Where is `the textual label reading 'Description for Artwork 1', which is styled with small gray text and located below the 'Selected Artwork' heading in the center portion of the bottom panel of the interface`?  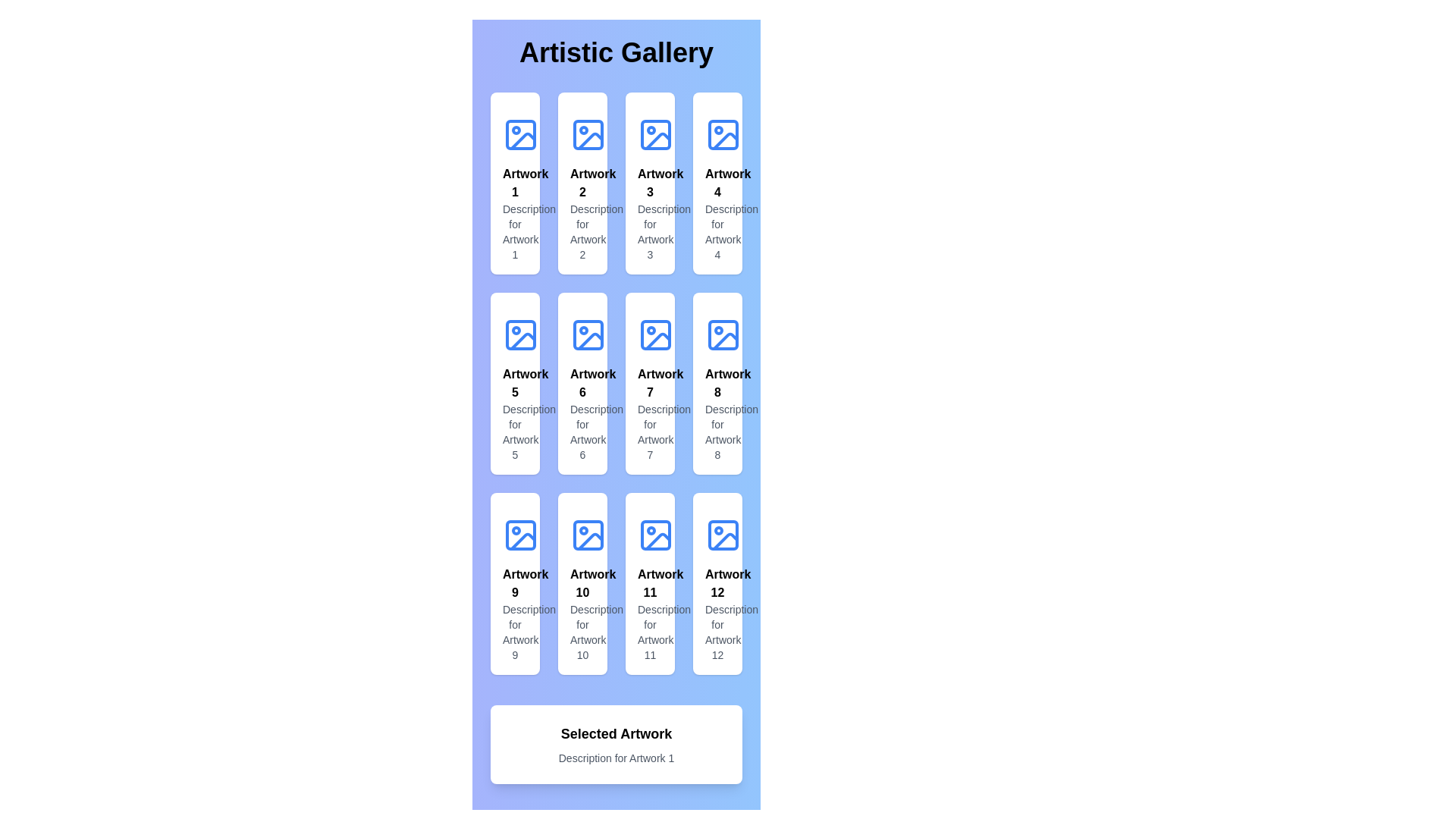 the textual label reading 'Description for Artwork 1', which is styled with small gray text and located below the 'Selected Artwork' heading in the center portion of the bottom panel of the interface is located at coordinates (616, 758).